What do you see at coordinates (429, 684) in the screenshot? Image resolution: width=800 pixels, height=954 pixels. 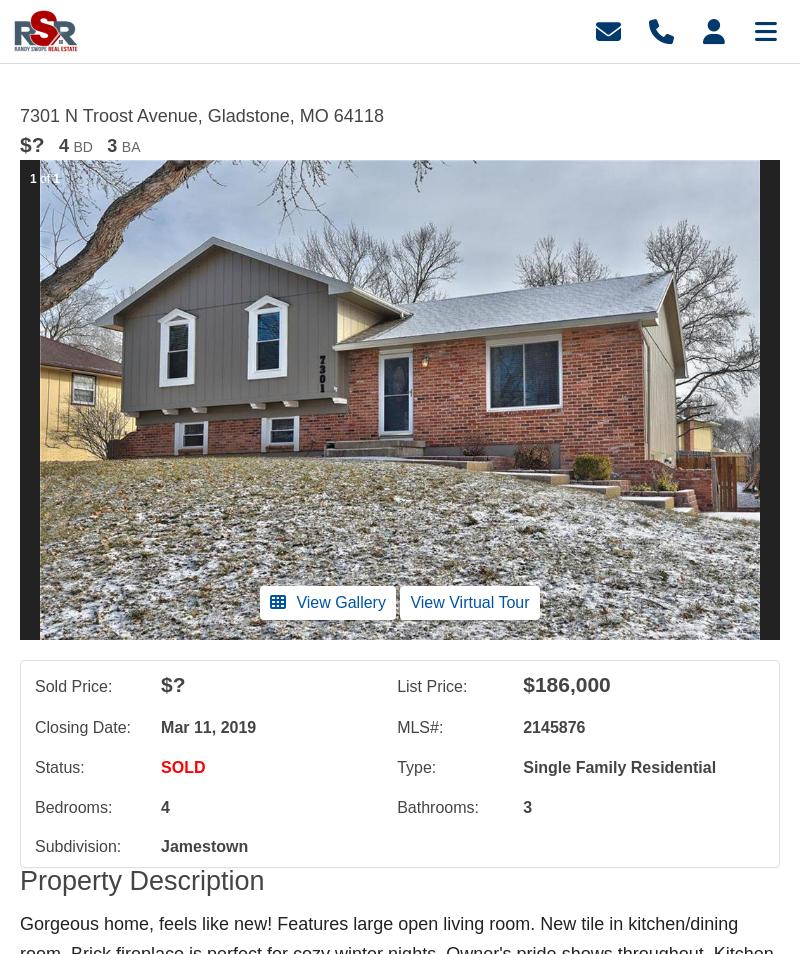 I see `'List Price'` at bounding box center [429, 684].